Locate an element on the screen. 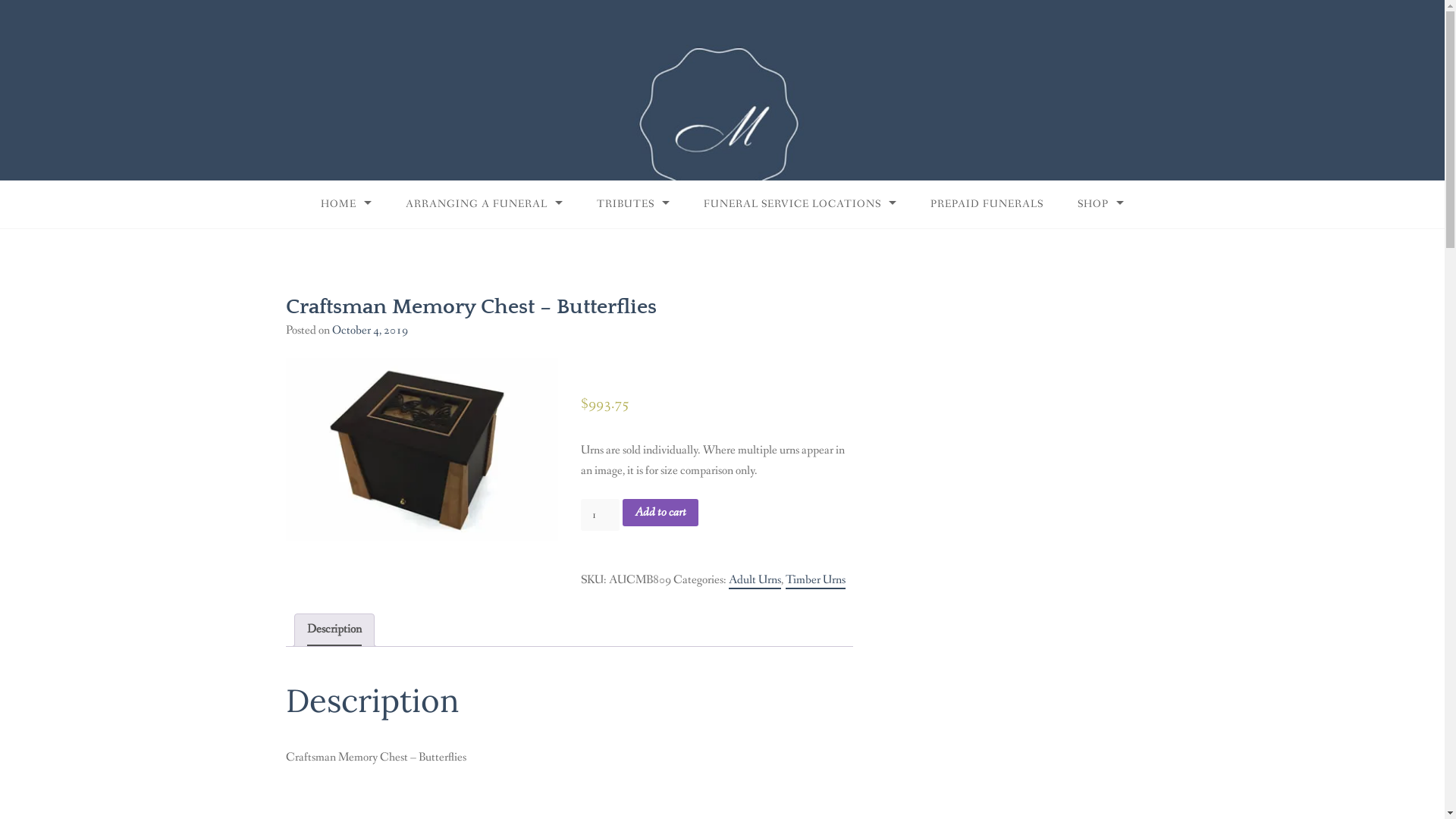 The height and width of the screenshot is (819, 1456). 'Add to cart' is located at coordinates (660, 512).